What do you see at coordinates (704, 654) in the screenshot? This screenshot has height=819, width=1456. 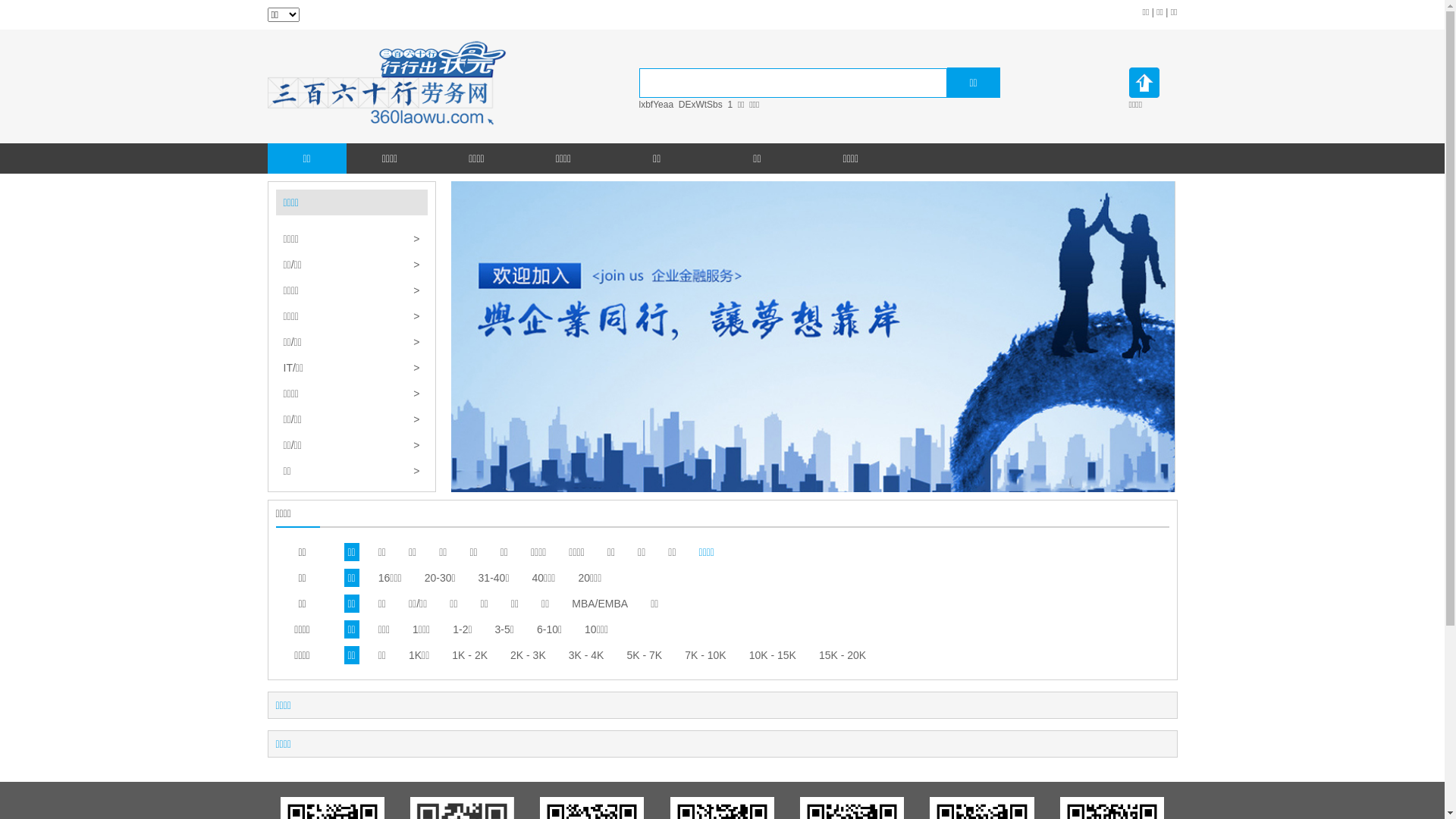 I see `'7K - 10K'` at bounding box center [704, 654].